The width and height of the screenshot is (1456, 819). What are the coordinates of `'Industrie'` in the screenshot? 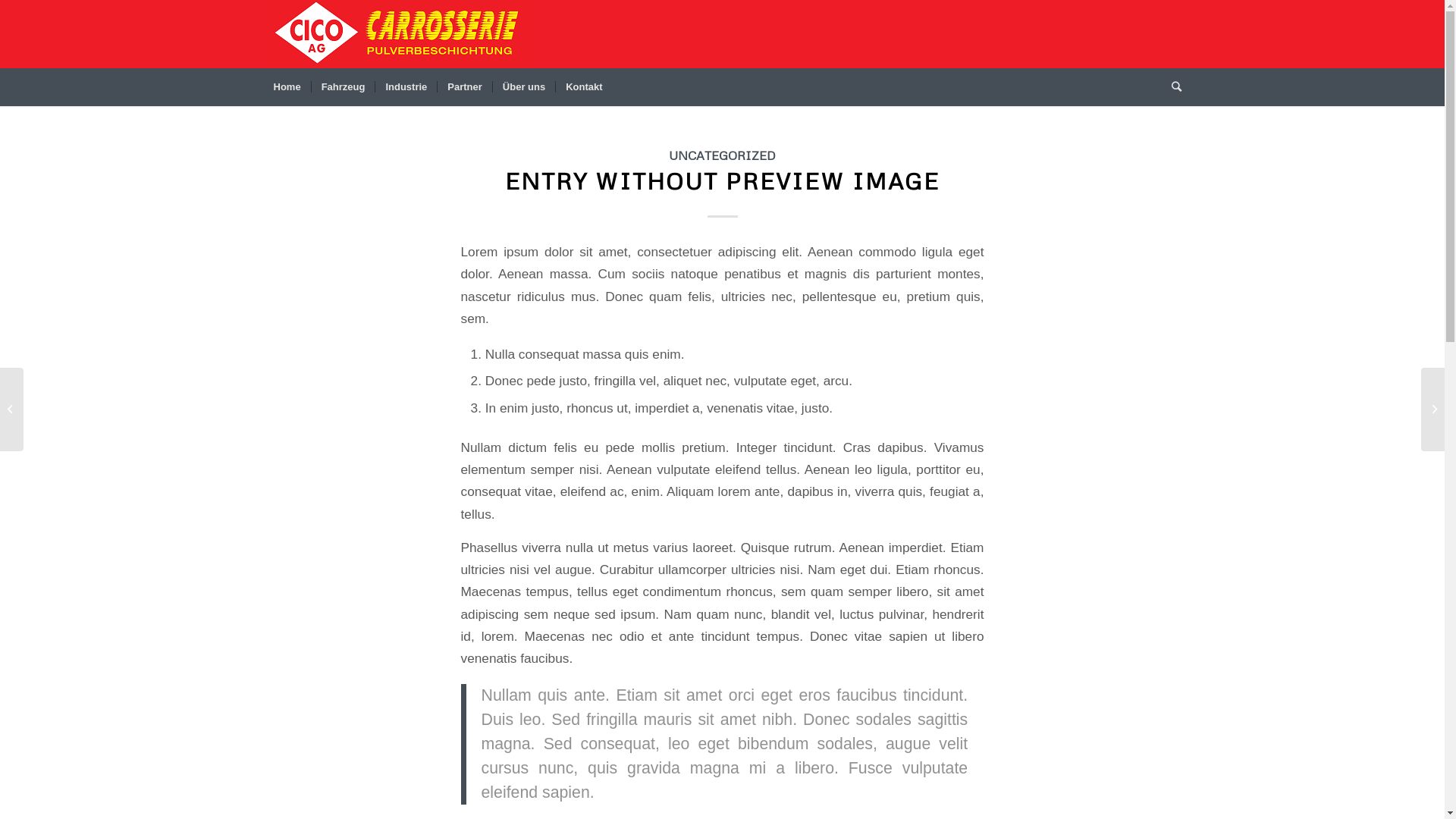 It's located at (405, 87).